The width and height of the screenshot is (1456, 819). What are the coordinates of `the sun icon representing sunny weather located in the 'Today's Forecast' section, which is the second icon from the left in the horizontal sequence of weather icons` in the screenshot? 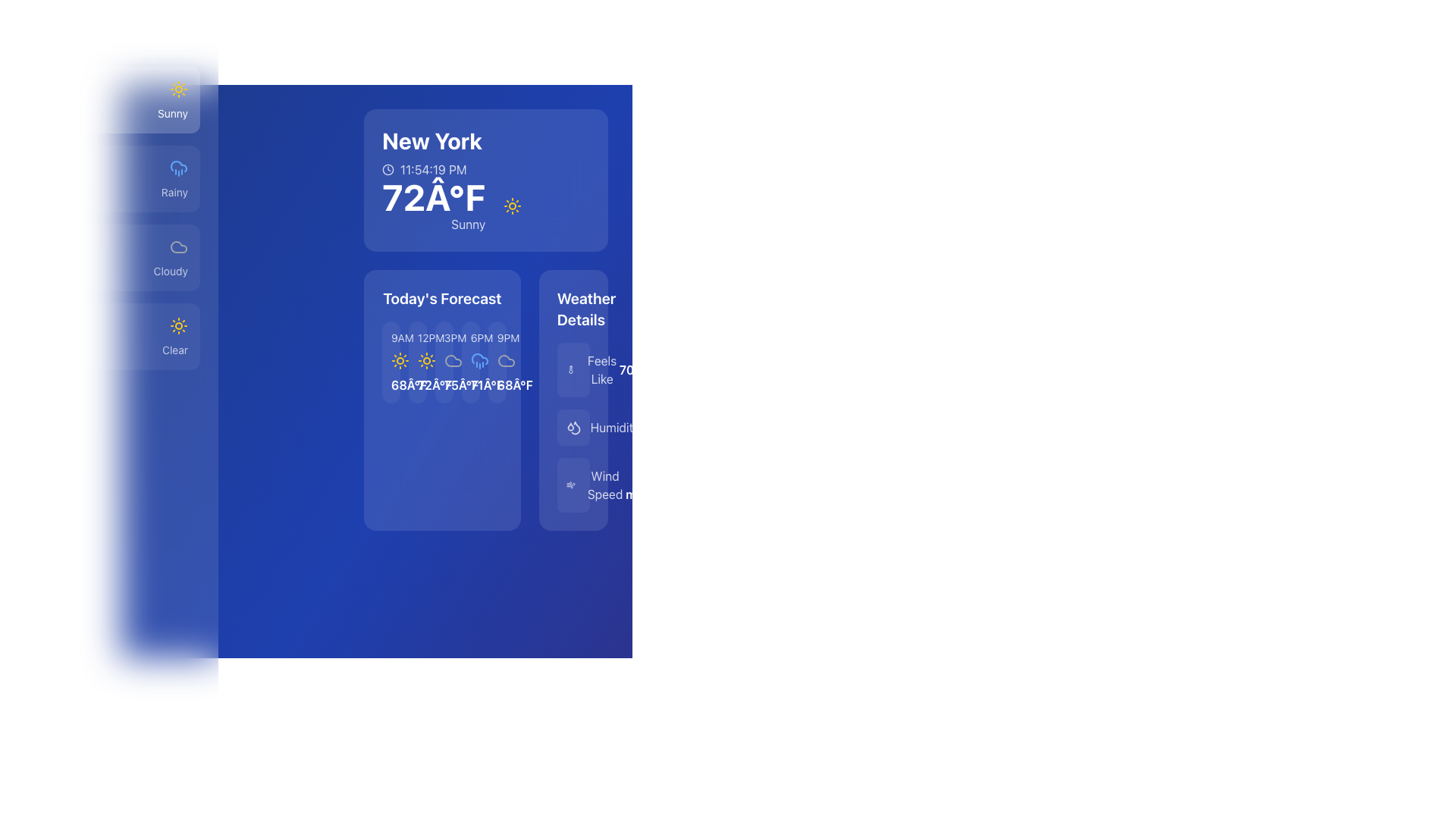 It's located at (400, 360).